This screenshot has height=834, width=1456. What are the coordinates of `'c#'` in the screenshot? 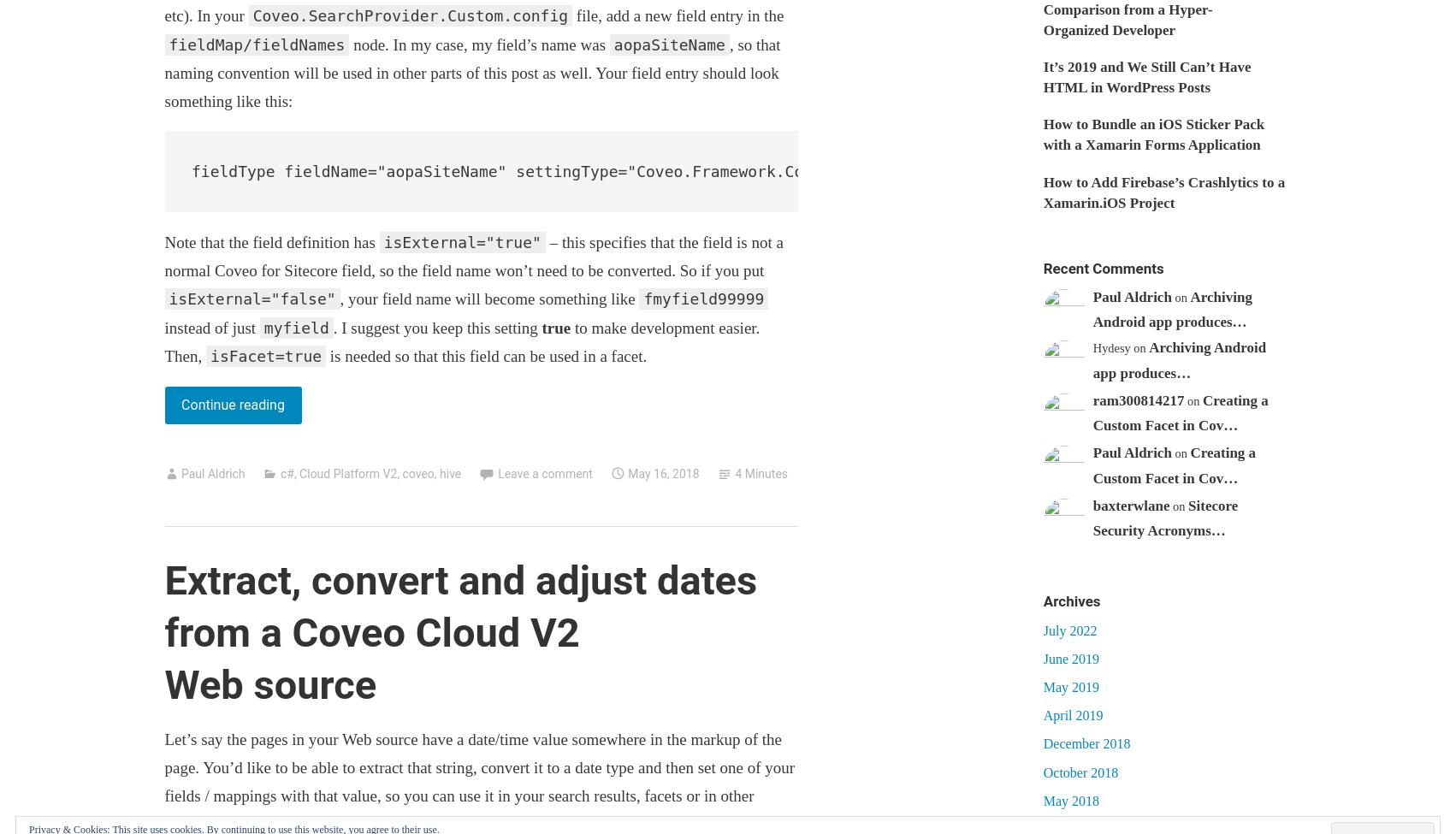 It's located at (286, 472).